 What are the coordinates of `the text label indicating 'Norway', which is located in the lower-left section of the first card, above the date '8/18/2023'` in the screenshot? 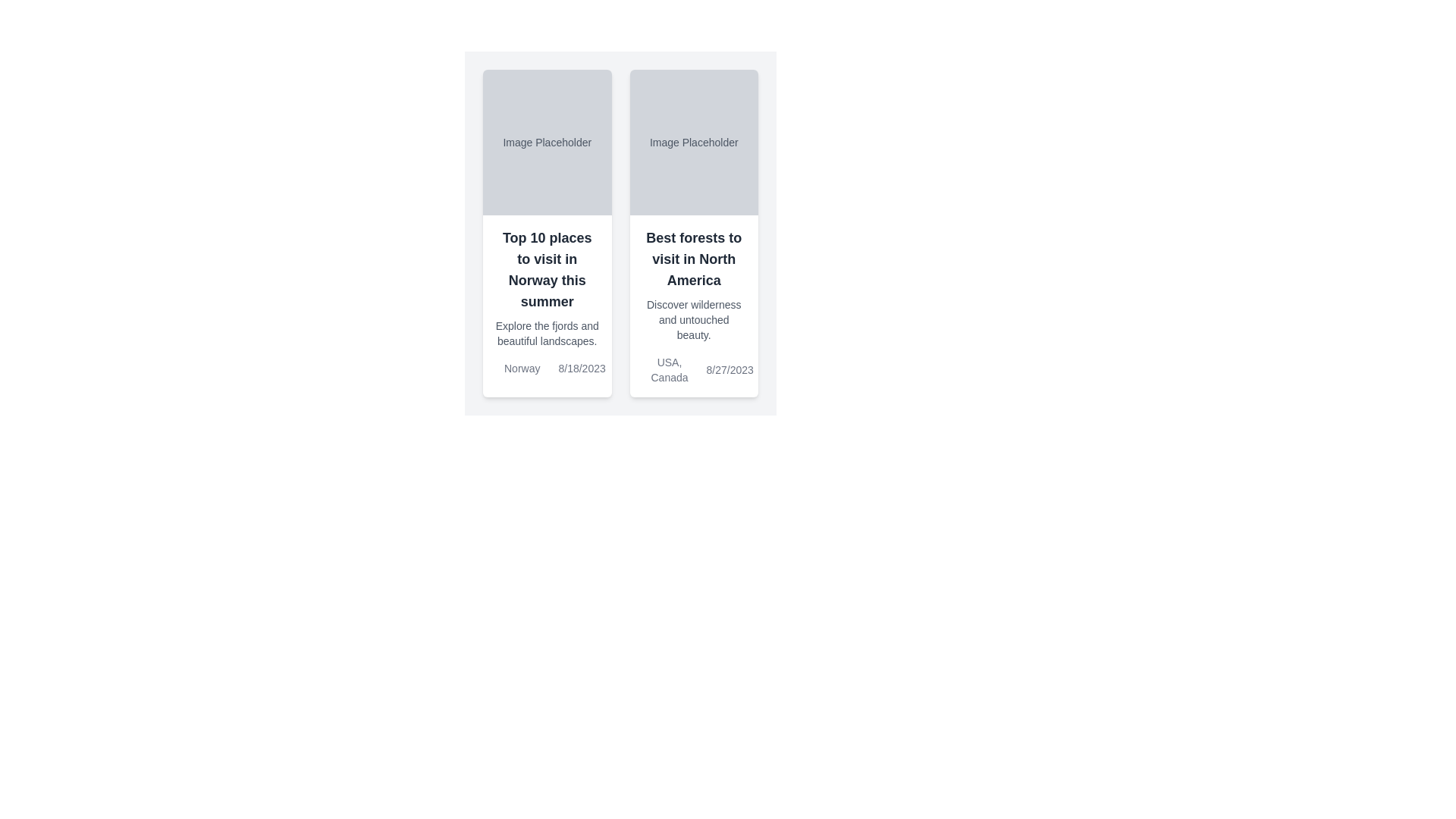 It's located at (522, 369).